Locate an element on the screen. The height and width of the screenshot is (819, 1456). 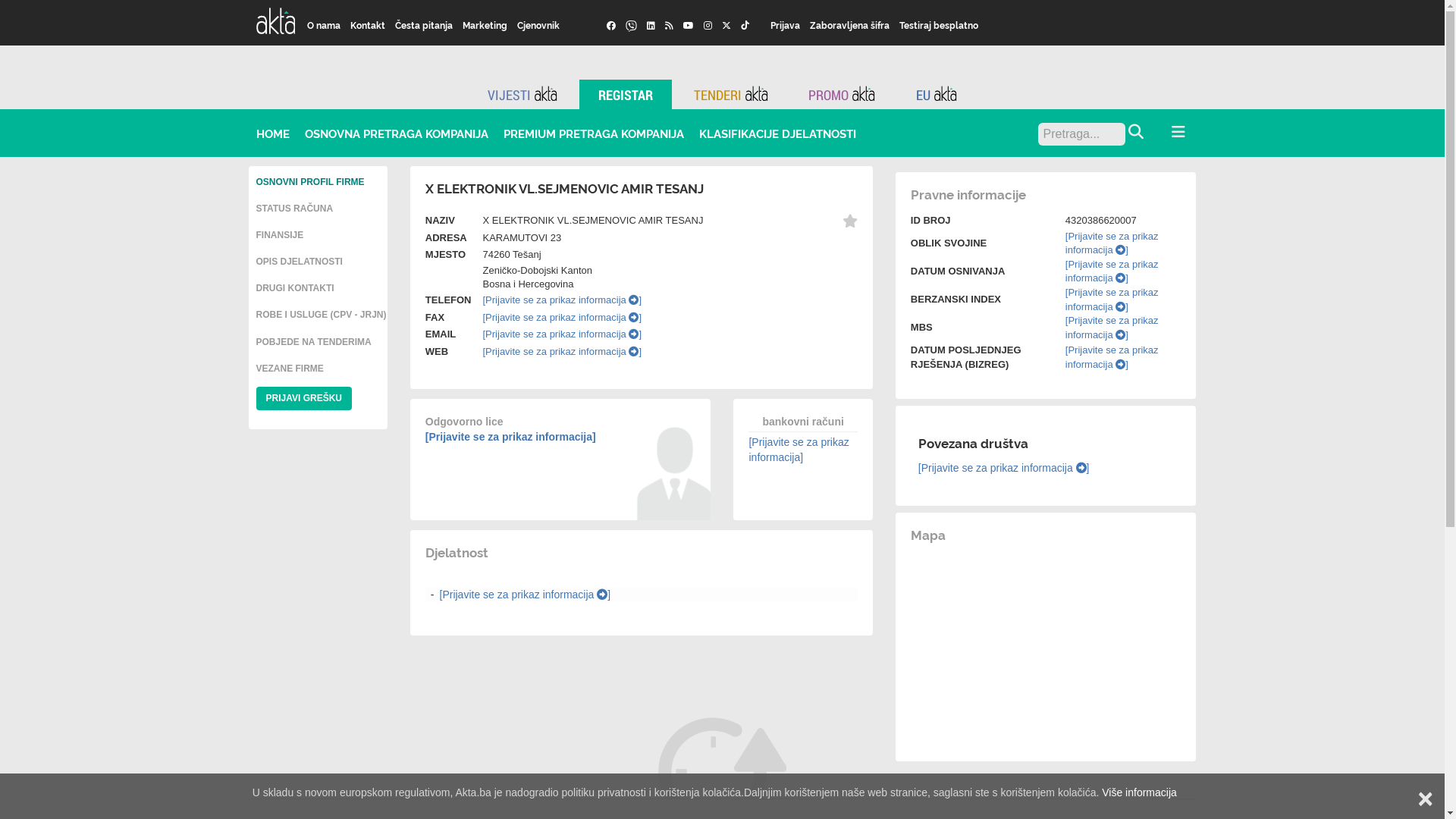
'PREMIUM PRETRAGA KOMPANIJA' is located at coordinates (592, 133).